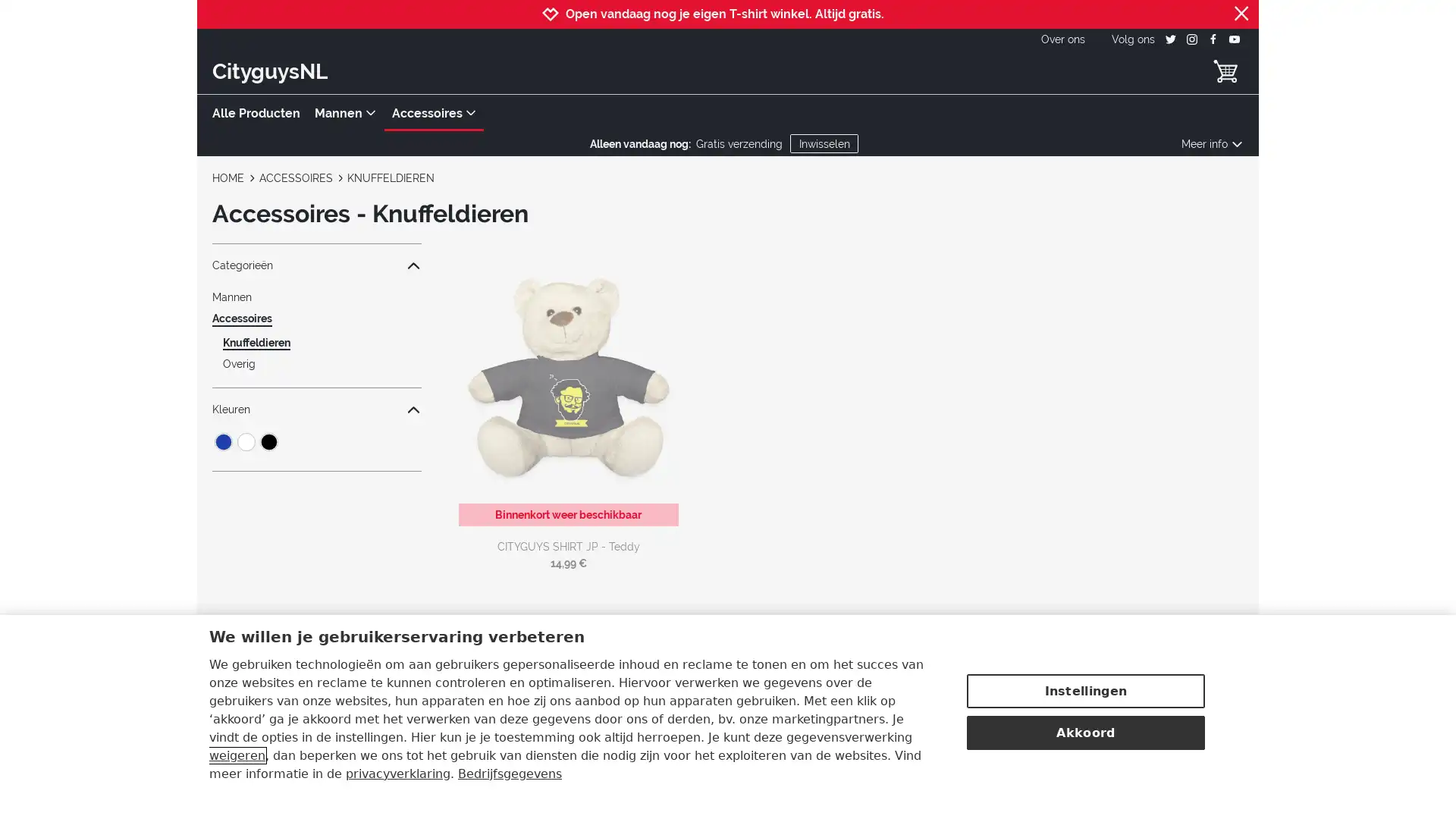 The height and width of the screenshot is (819, 1456). Describe the element at coordinates (1084, 689) in the screenshot. I see `Instellingen` at that location.